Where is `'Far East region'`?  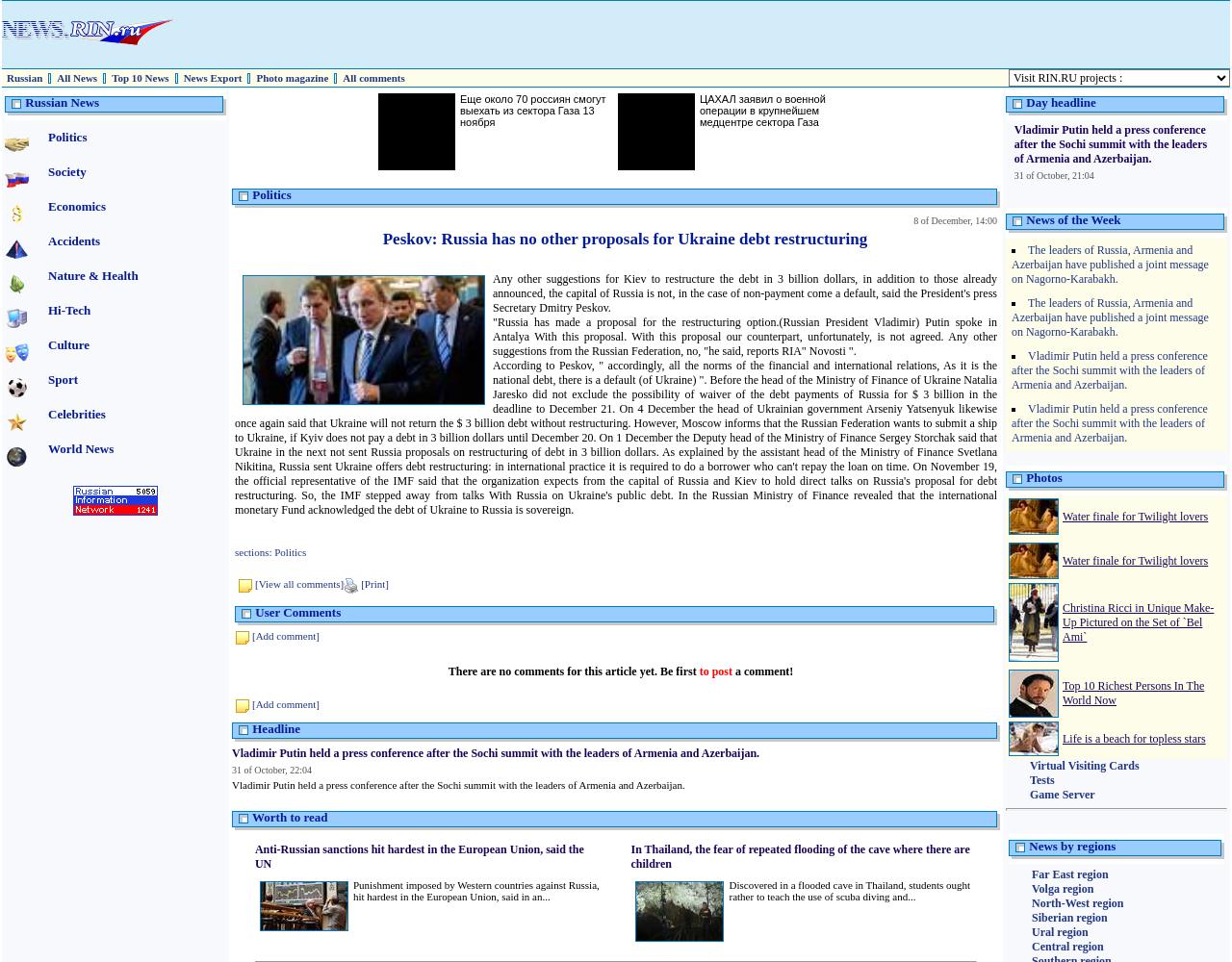 'Far East region' is located at coordinates (1068, 874).